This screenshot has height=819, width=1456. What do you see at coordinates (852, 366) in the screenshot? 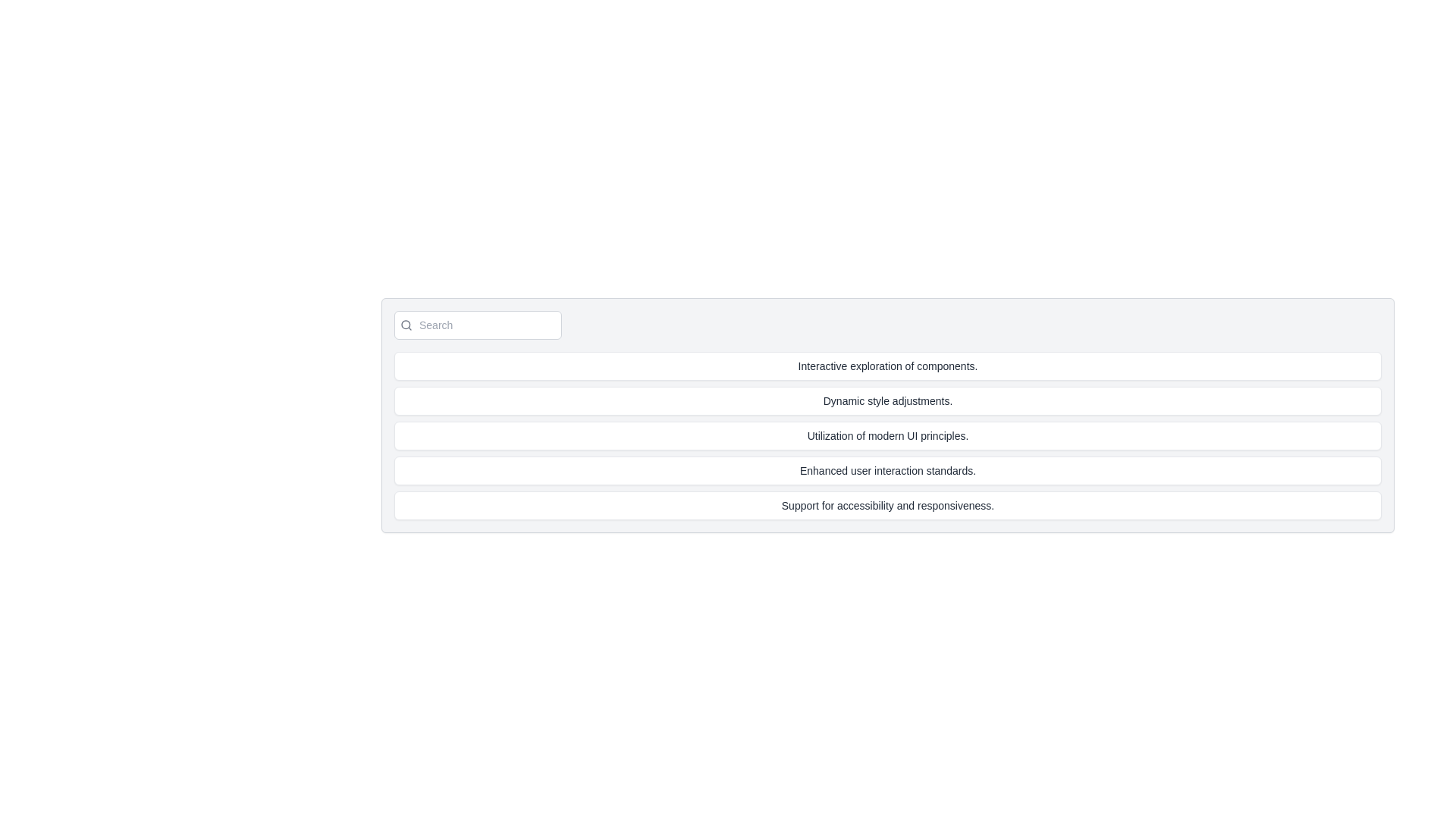
I see `the 27th letter in the text 'Interactive exploration of components.' which is part of an informational text display located at the top of the interface` at bounding box center [852, 366].